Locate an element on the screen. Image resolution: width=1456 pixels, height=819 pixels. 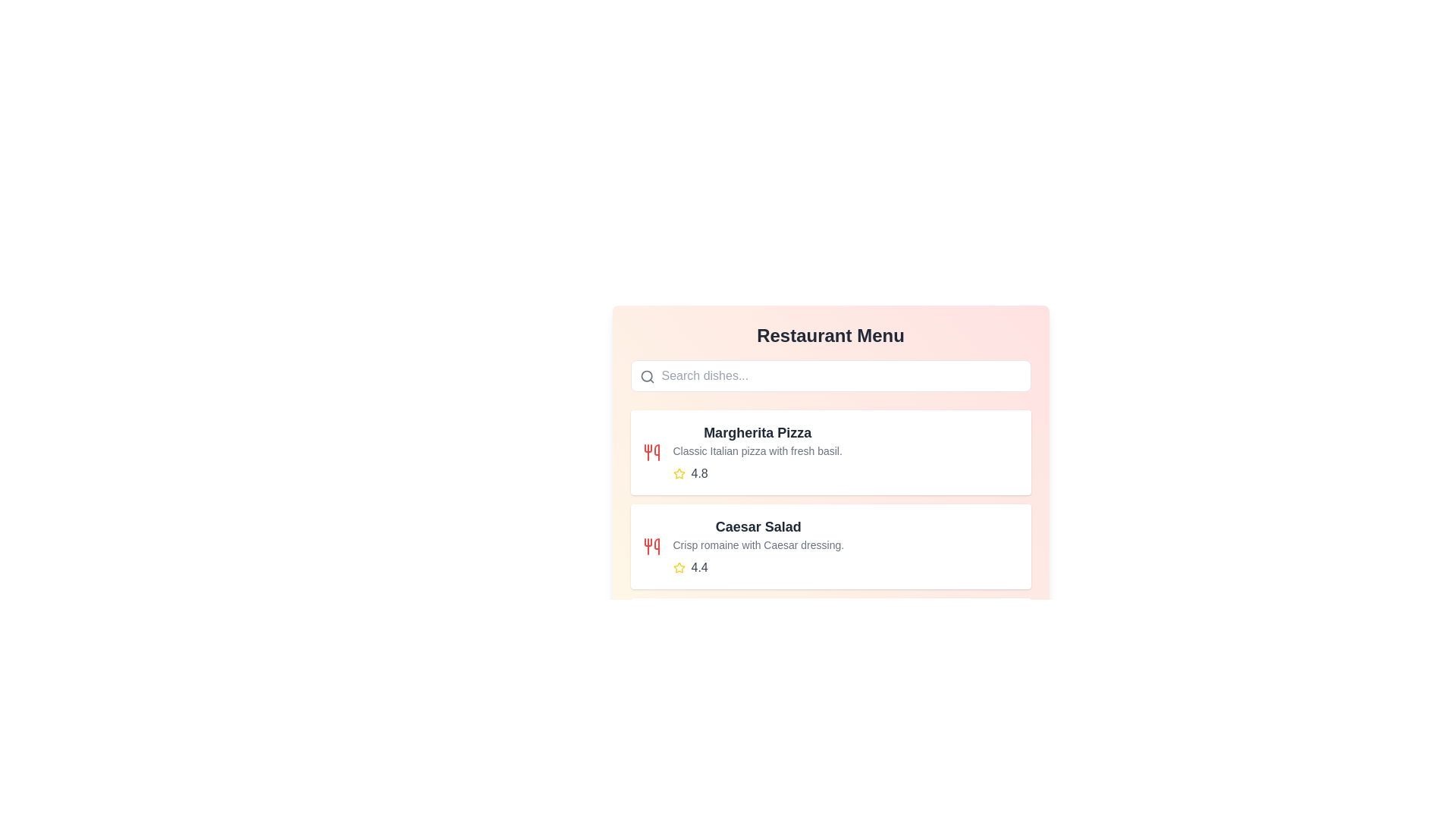
the text label that provides a description of the dish, which states 'Crisp romaine with Caesar dressing.', positioned below the title 'Caesar Salad' in the menu items section is located at coordinates (758, 544).